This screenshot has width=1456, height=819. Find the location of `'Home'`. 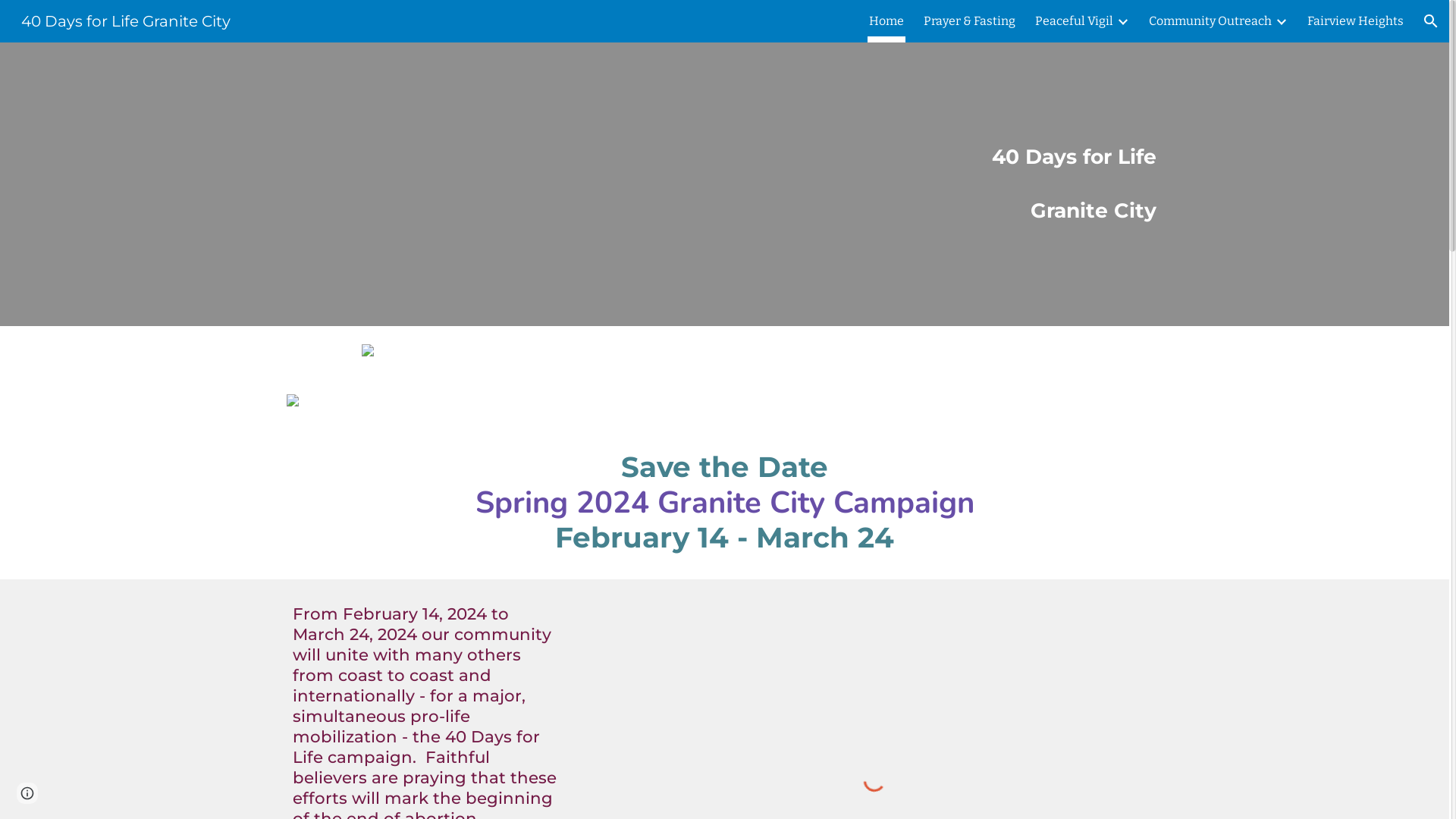

'Home' is located at coordinates (886, 20).